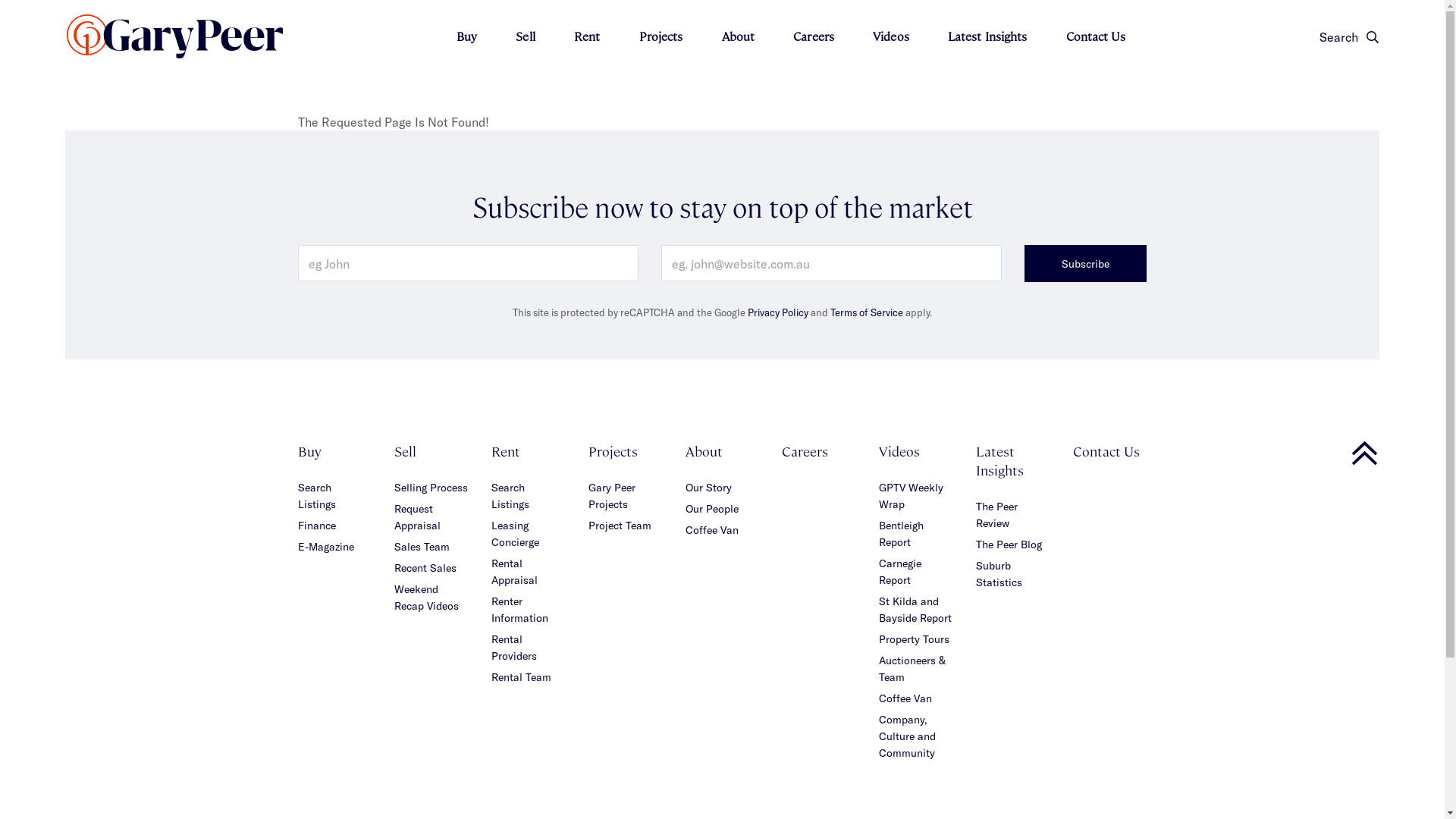 The width and height of the screenshot is (1456, 819). I want to click on 'Careers', so click(804, 450).